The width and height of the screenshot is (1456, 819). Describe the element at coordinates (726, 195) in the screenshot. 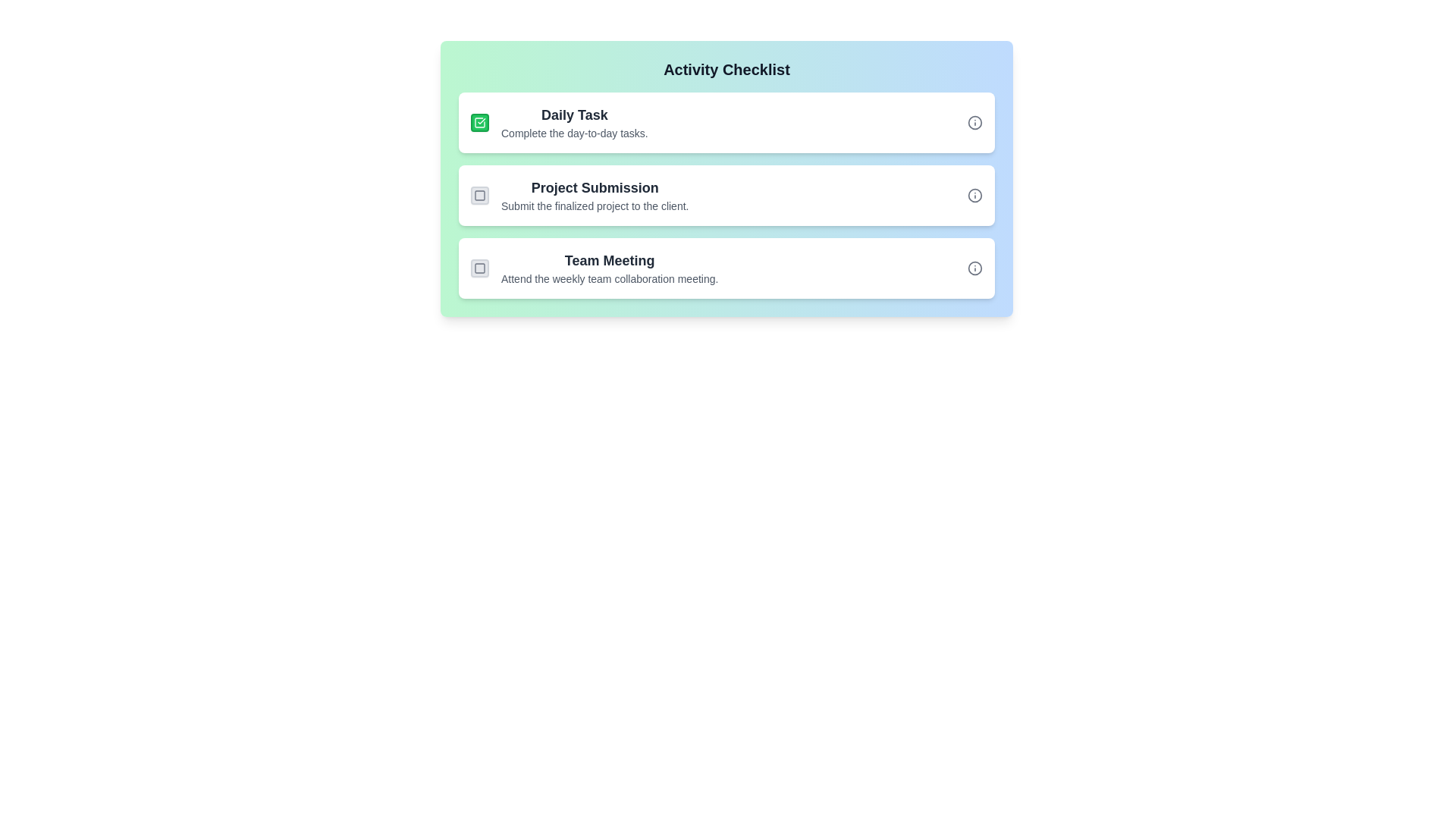

I see `the 'Project Submission' checklist item` at that location.